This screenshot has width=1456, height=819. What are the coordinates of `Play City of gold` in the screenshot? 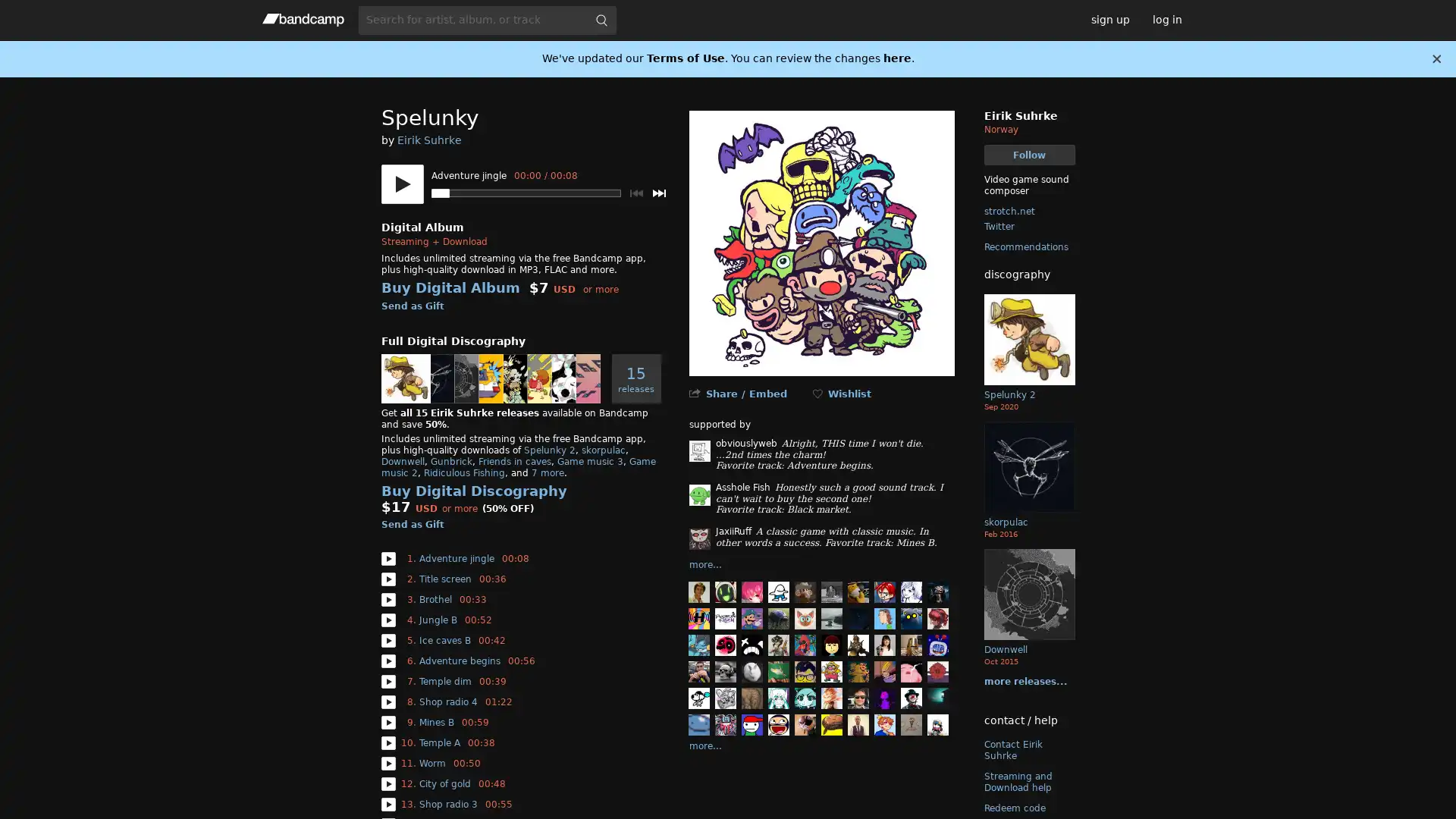 It's located at (388, 783).